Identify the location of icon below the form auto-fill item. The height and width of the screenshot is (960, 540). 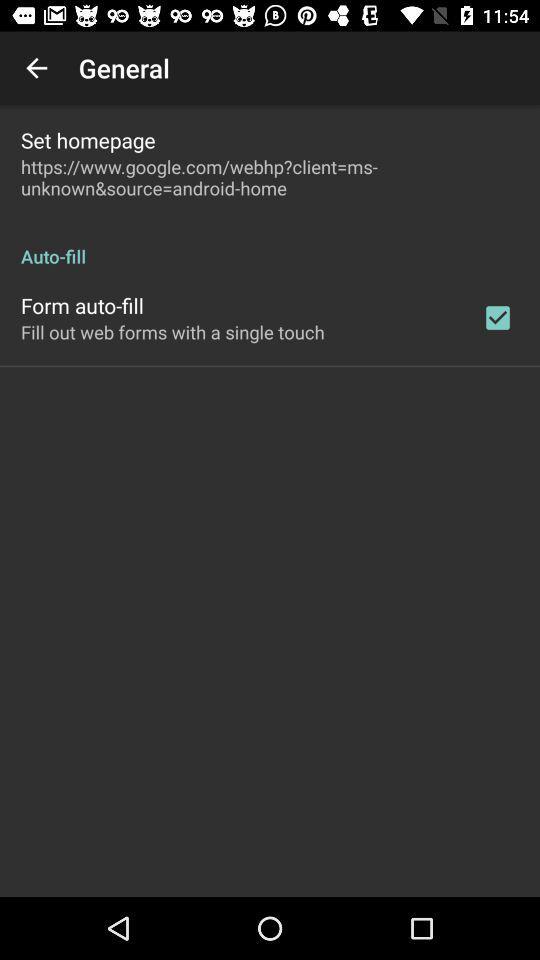
(172, 332).